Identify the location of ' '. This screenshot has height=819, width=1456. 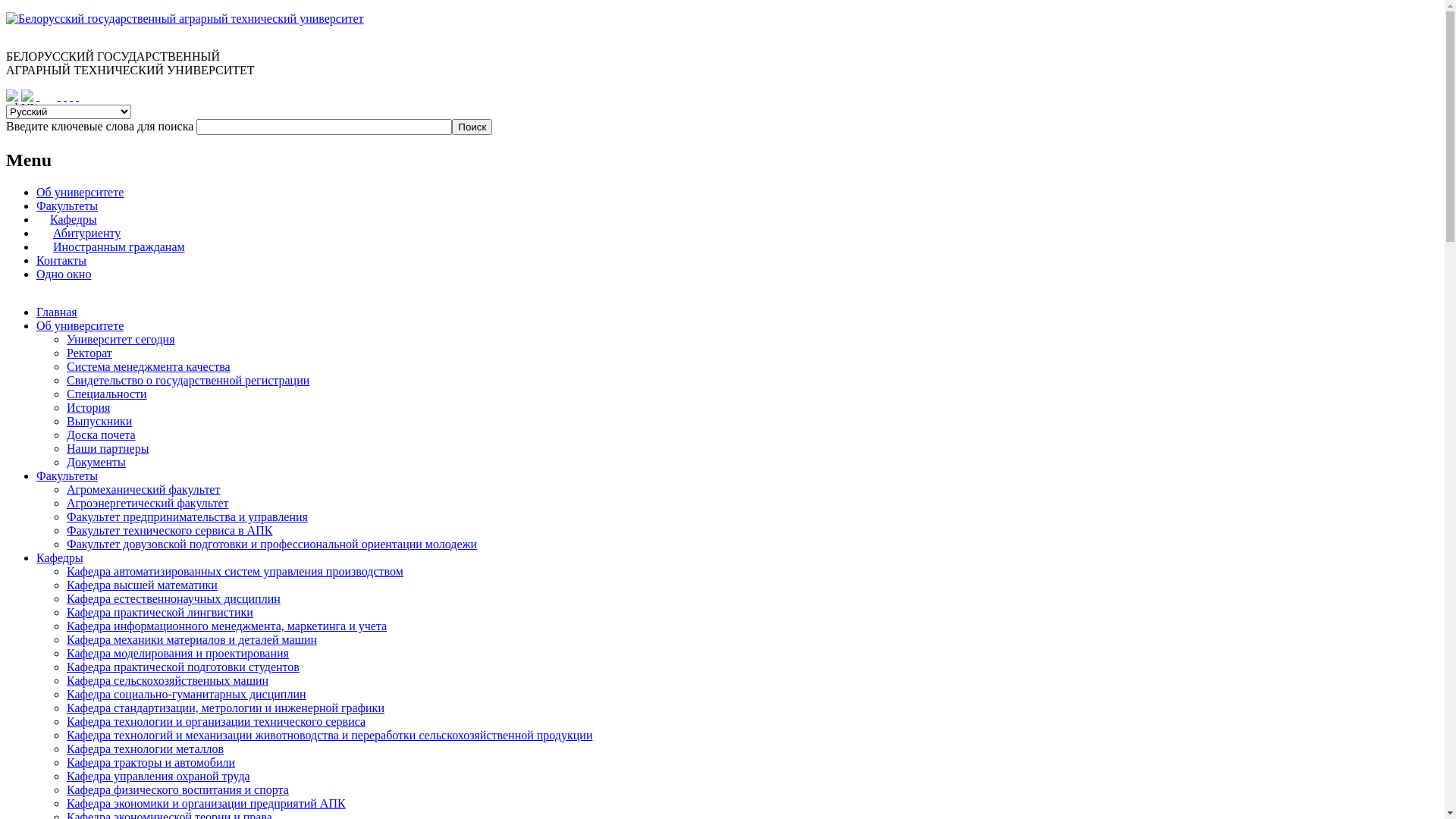
(64, 96).